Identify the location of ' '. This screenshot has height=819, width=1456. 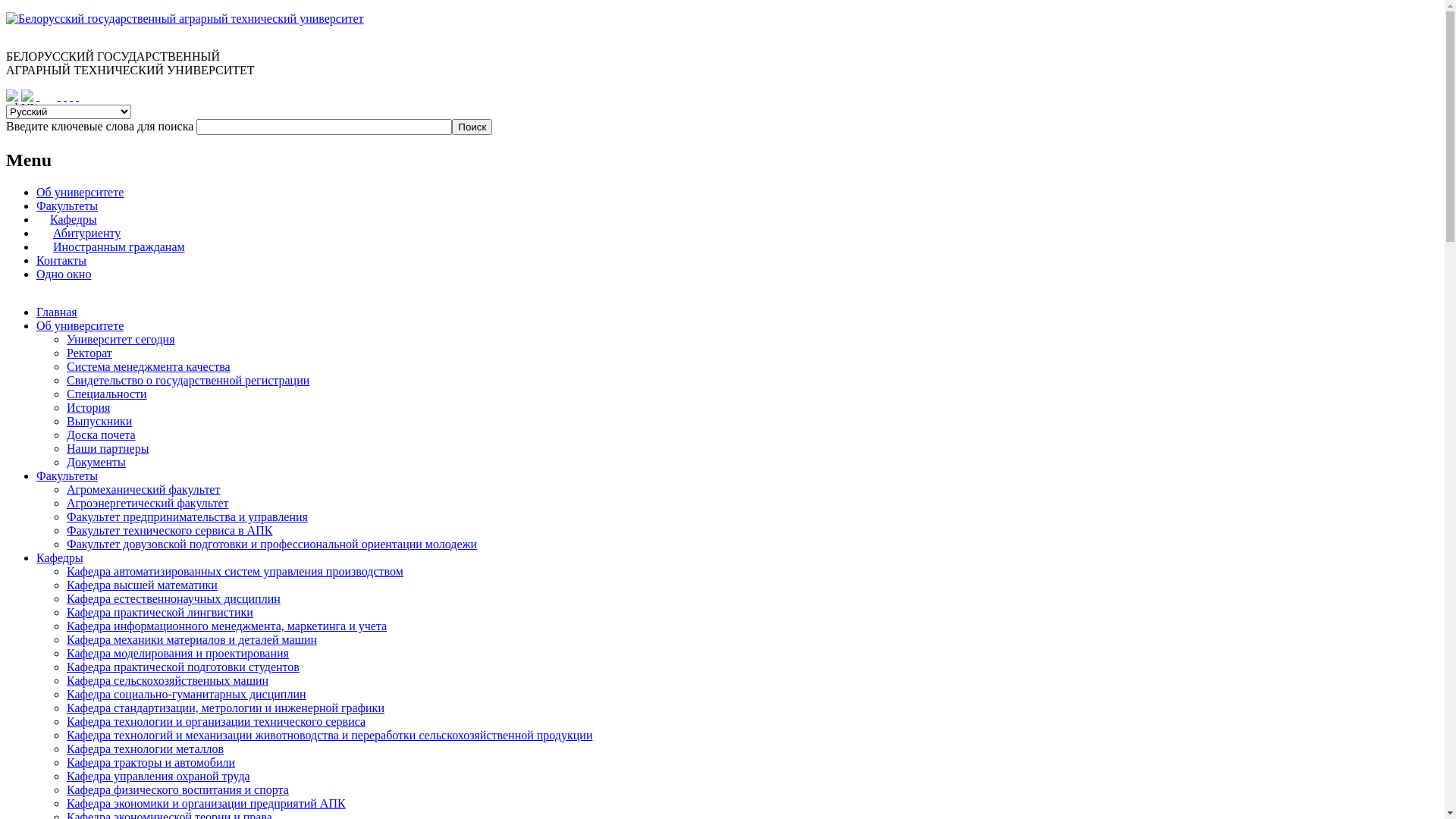
(64, 96).